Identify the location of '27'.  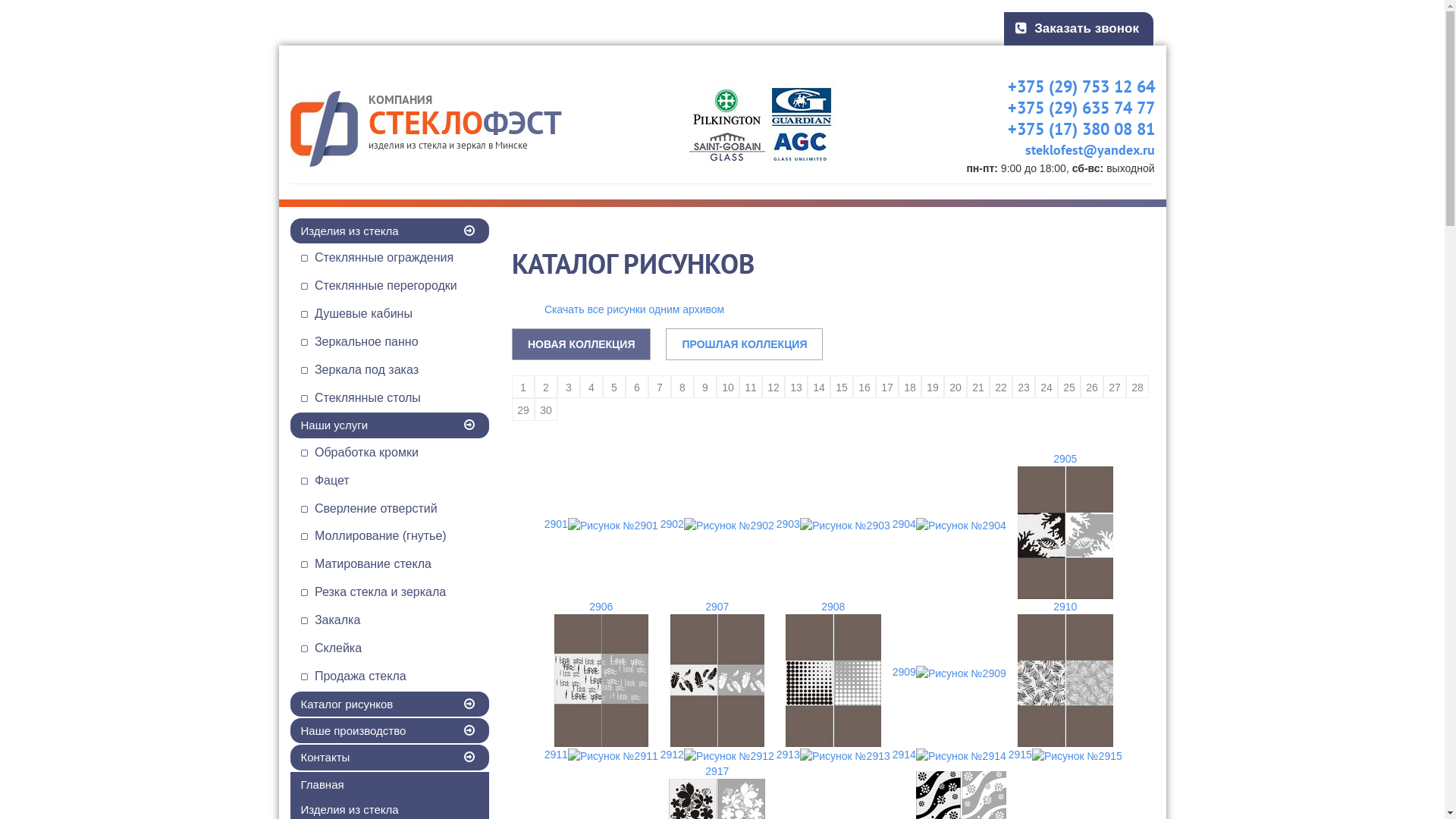
(1114, 385).